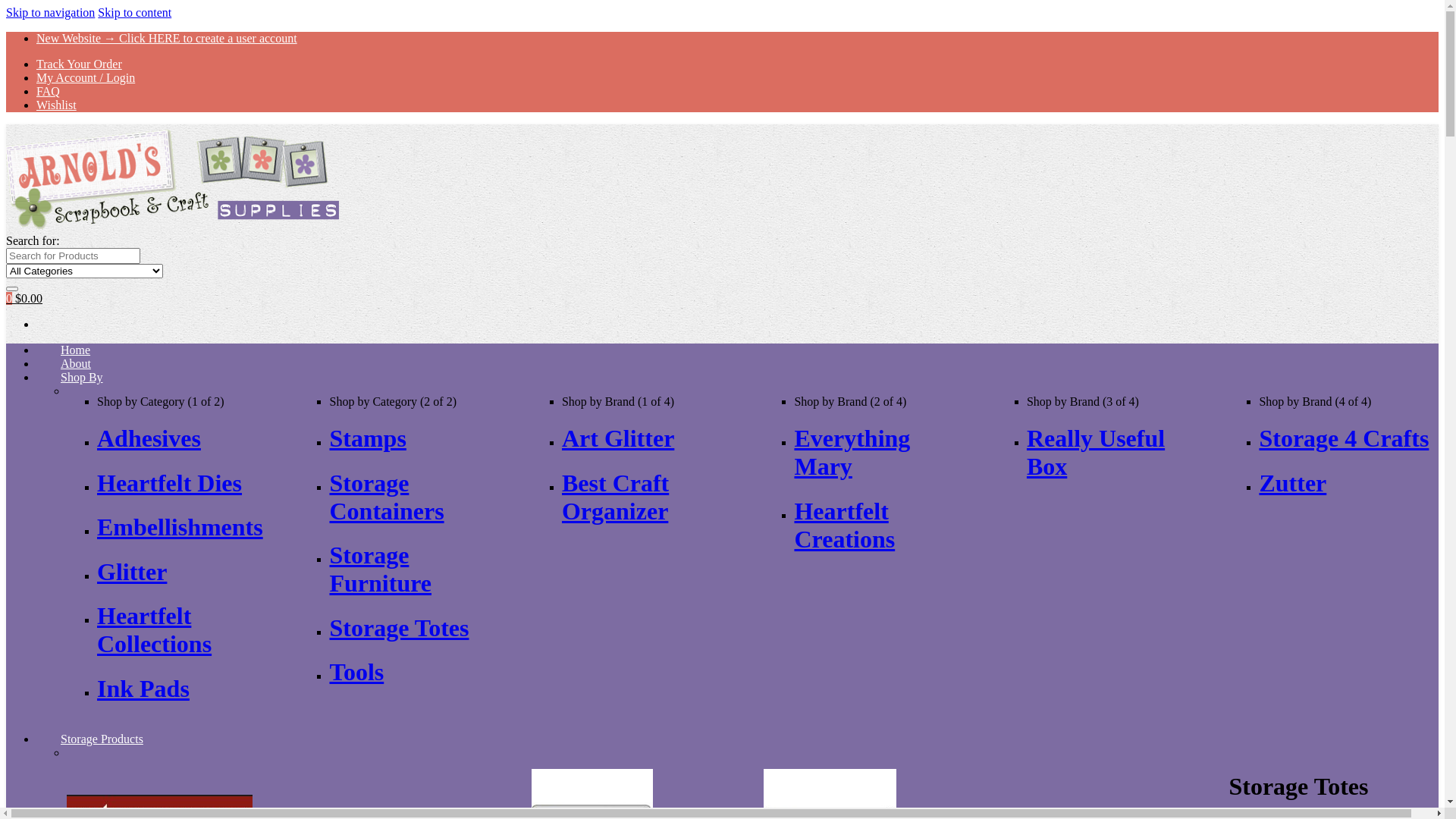 The image size is (1456, 819). Describe the element at coordinates (154, 629) in the screenshot. I see `'Heartfelt Collections'` at that location.